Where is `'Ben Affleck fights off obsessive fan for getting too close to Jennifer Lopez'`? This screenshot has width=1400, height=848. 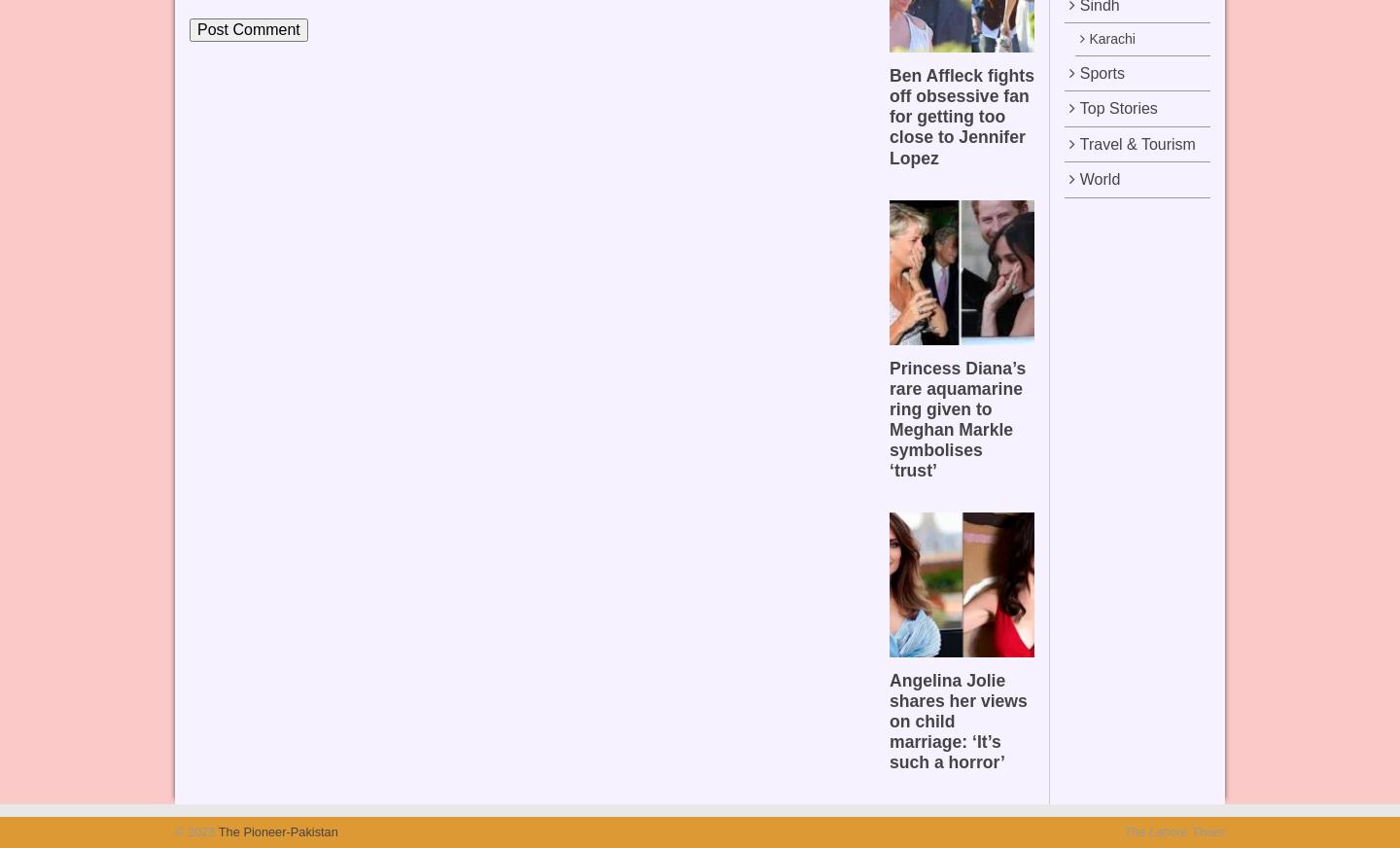
'Ben Affleck fights off obsessive fan for getting too close to Jennifer Lopez' is located at coordinates (960, 116).